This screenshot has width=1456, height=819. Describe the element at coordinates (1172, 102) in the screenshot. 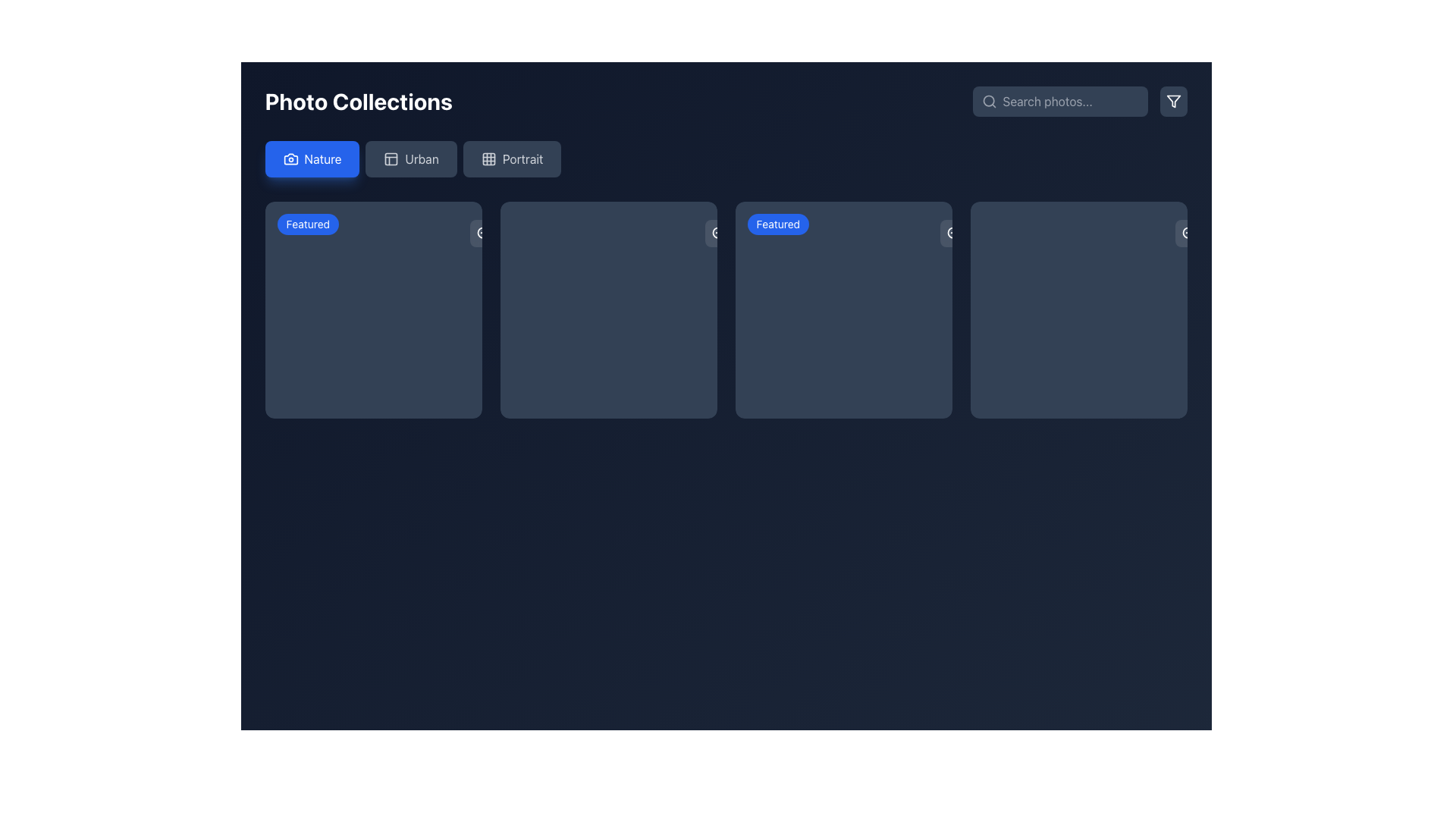

I see `the filtering icon located in the top-right corner of the interface, adjacent to the search bar` at that location.